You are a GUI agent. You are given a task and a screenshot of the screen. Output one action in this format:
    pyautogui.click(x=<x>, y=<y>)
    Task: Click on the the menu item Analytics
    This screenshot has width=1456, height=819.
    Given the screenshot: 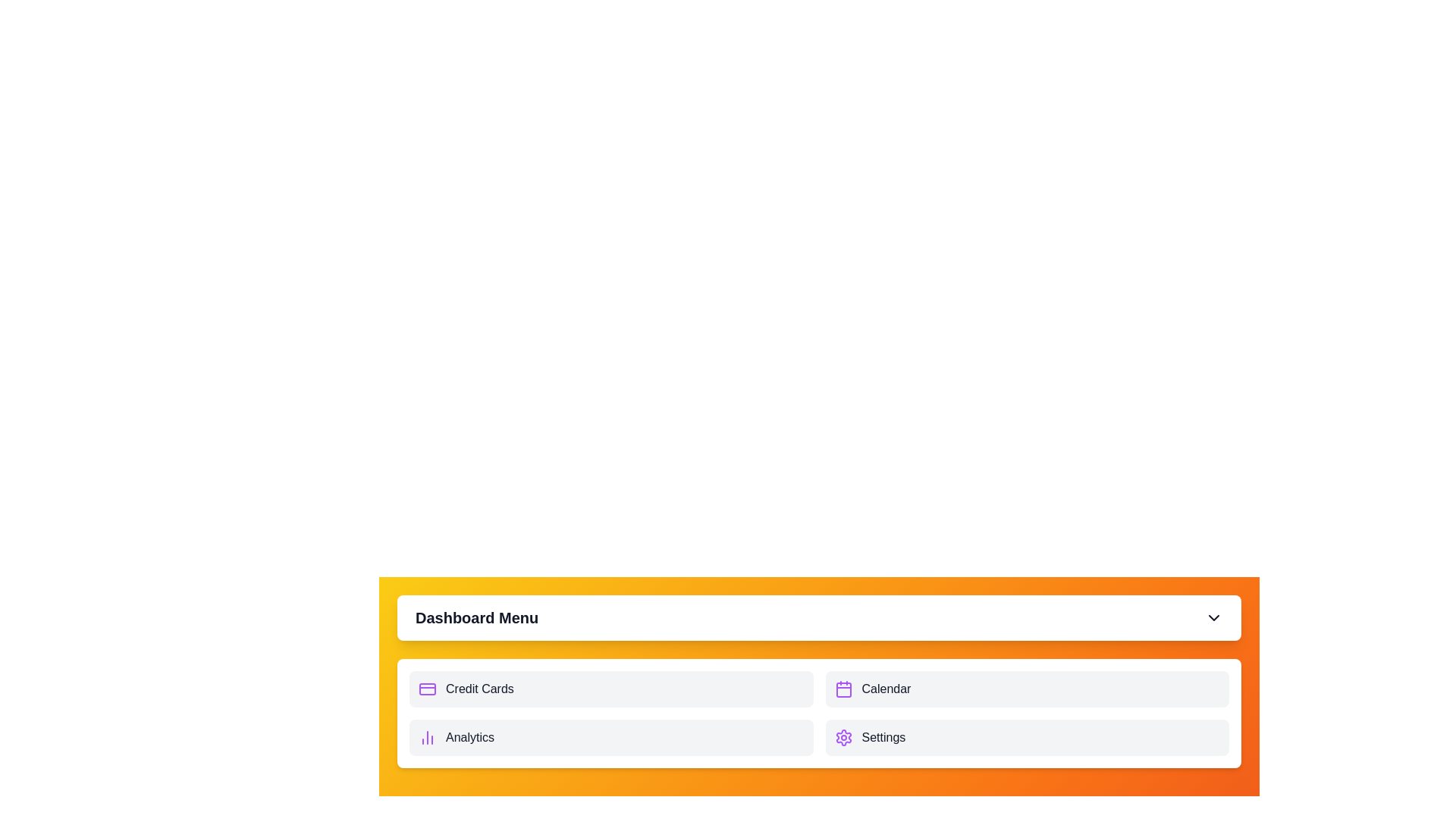 What is the action you would take?
    pyautogui.click(x=611, y=736)
    